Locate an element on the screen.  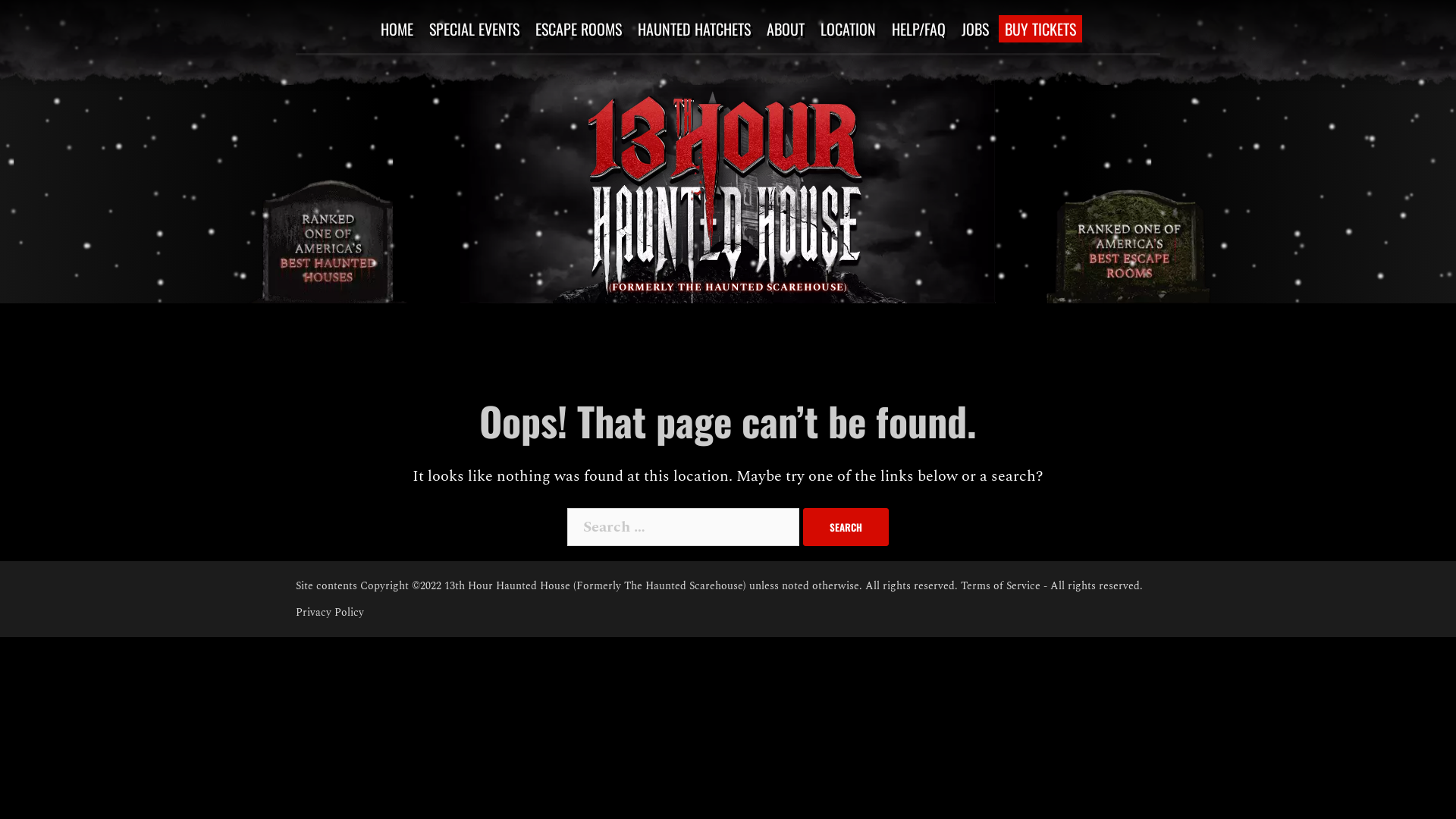
'Terms of Service' is located at coordinates (1000, 585).